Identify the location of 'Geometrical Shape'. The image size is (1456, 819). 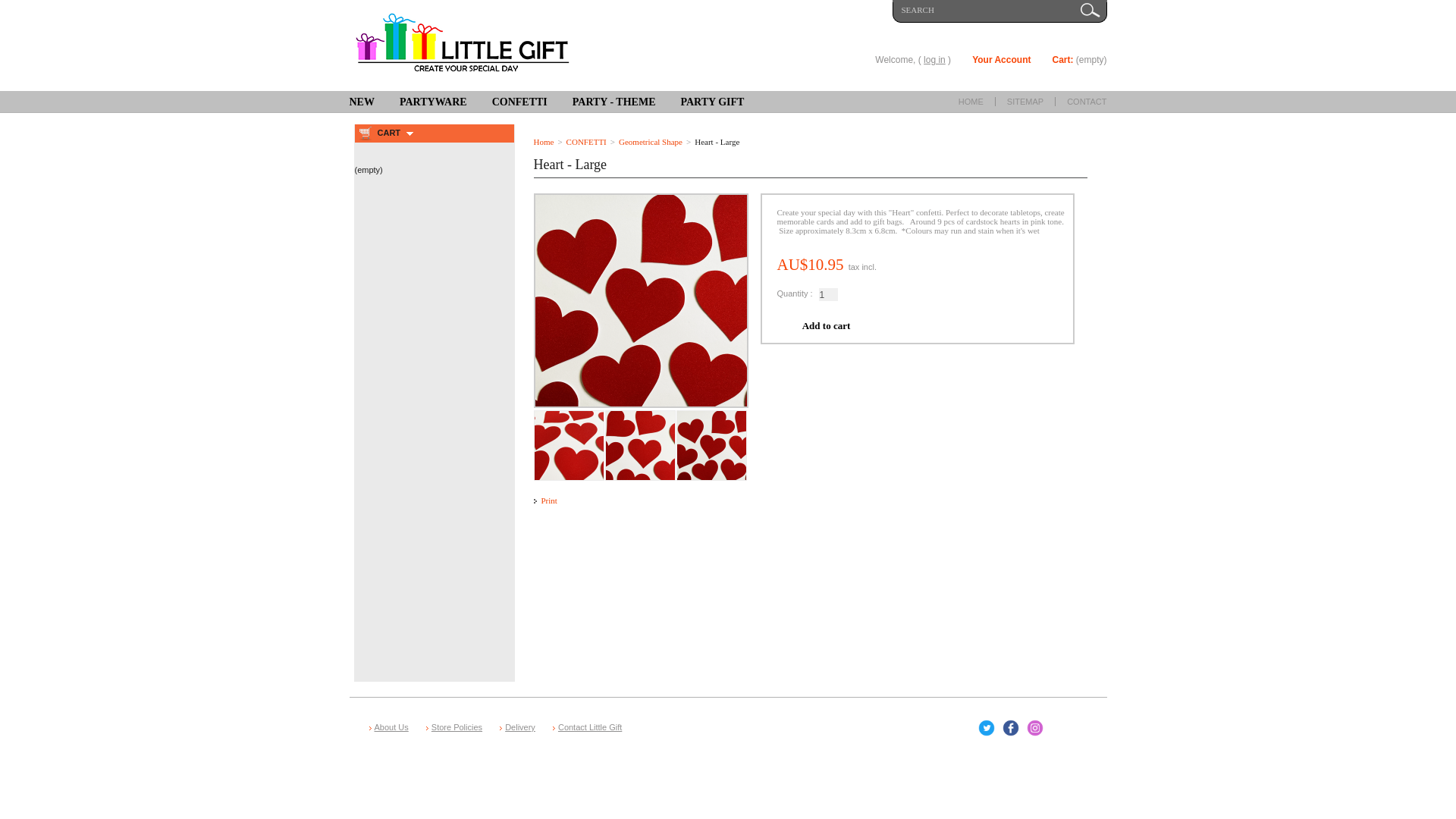
(651, 141).